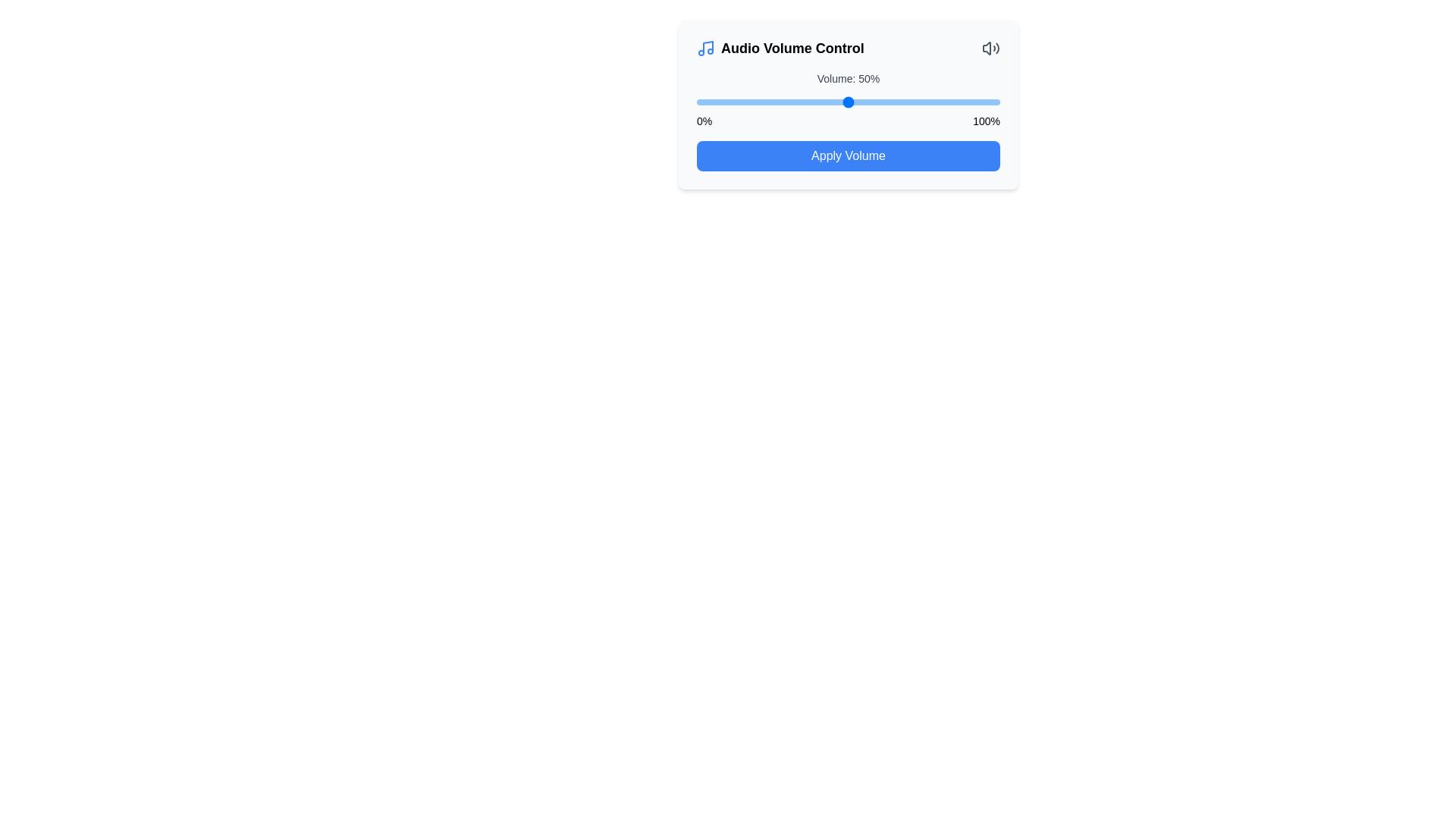  I want to click on the volume level, so click(912, 102).